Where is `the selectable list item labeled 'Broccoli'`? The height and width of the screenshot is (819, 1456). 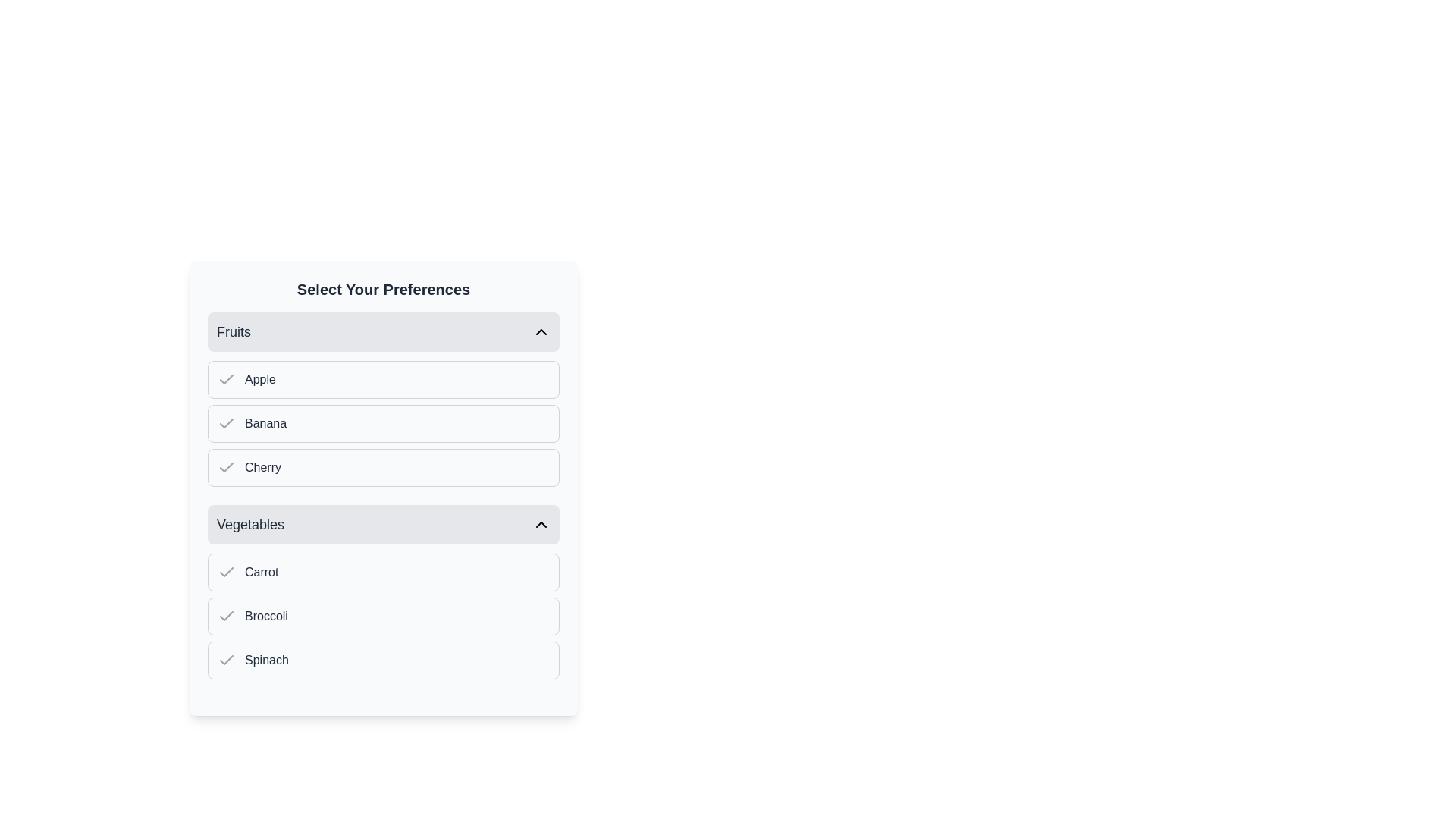
the selectable list item labeled 'Broccoli' is located at coordinates (383, 617).